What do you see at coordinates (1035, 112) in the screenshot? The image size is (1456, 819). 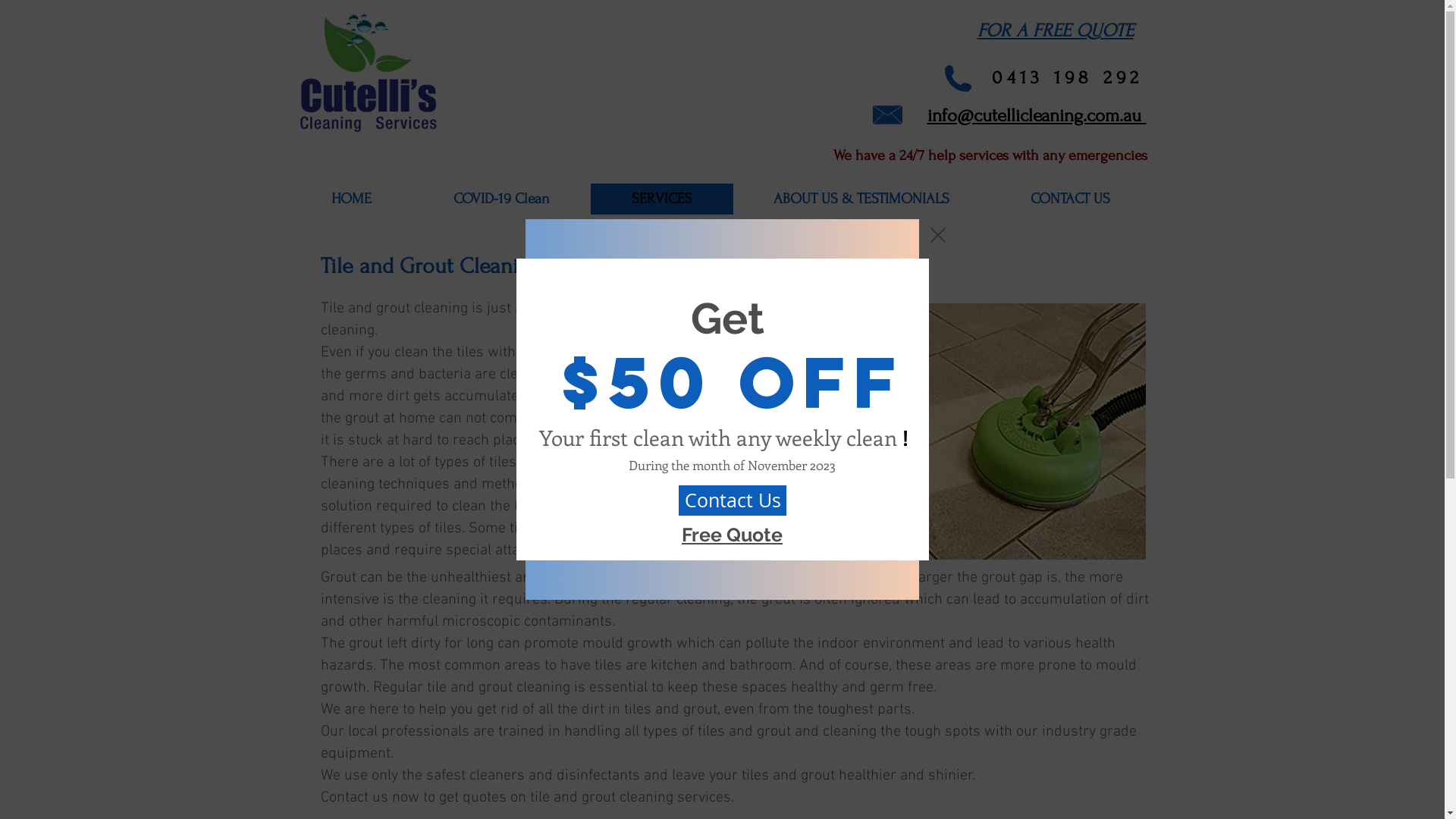 I see `'info@cutellicleaning.com.au '` at bounding box center [1035, 112].